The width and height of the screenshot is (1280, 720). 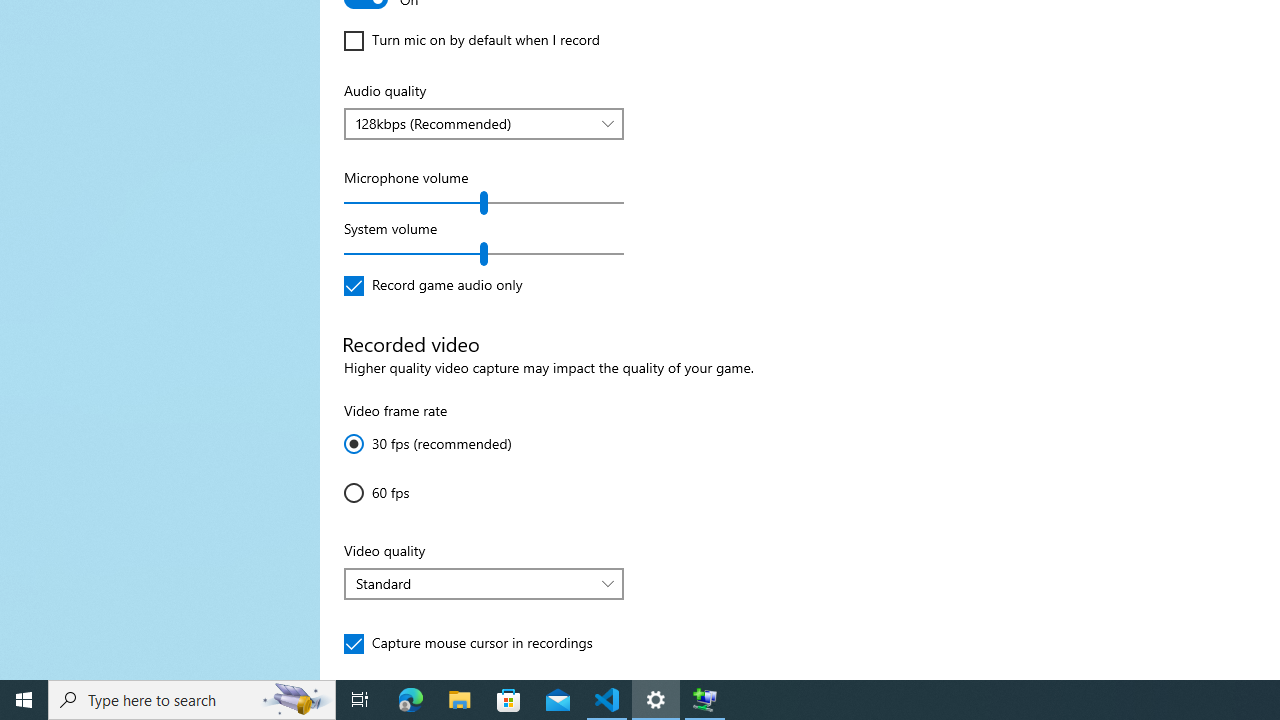 What do you see at coordinates (484, 123) in the screenshot?
I see `'Audio quality'` at bounding box center [484, 123].